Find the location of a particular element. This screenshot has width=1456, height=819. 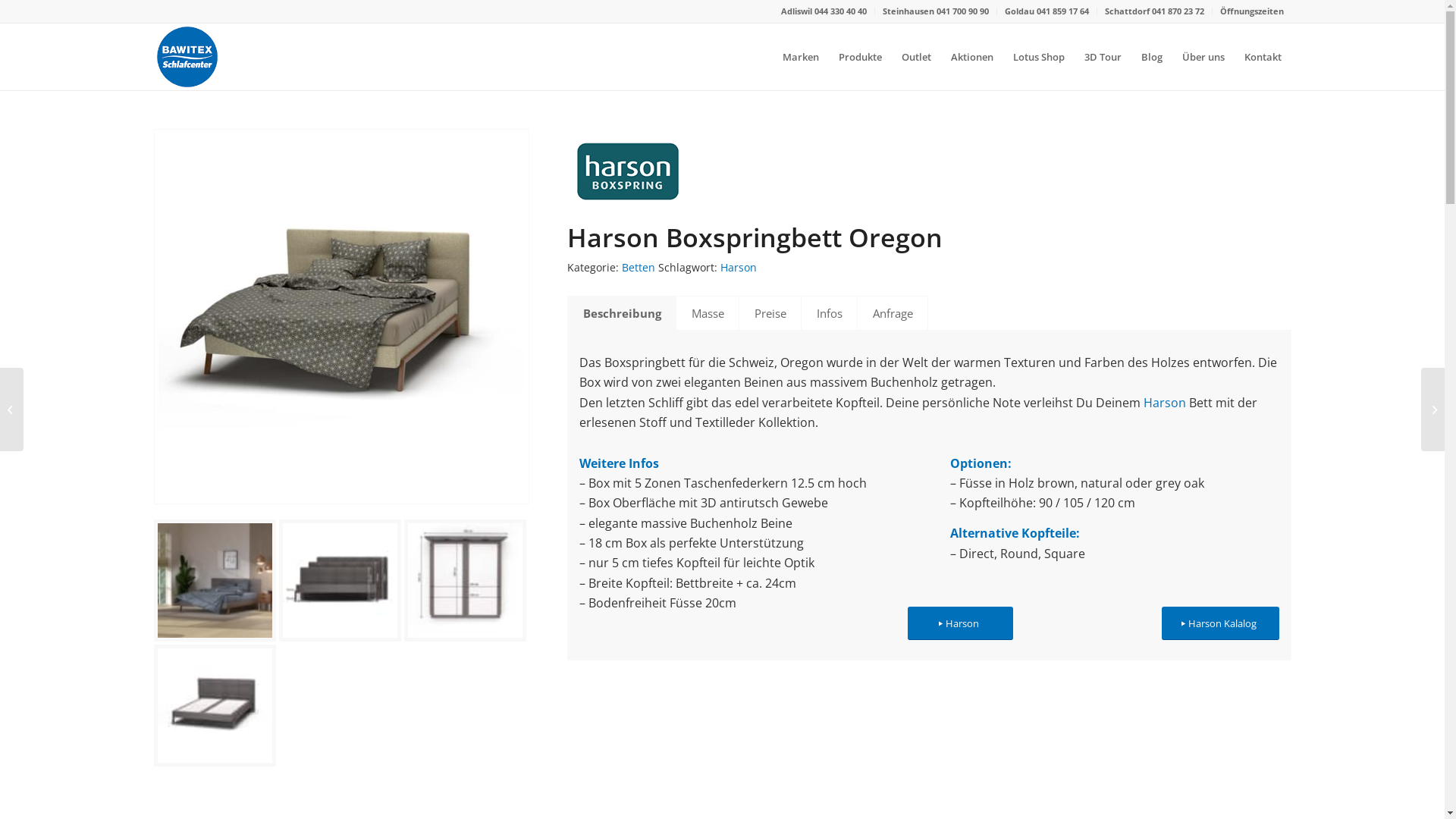

'044 330 40 40' is located at coordinates (839, 11).